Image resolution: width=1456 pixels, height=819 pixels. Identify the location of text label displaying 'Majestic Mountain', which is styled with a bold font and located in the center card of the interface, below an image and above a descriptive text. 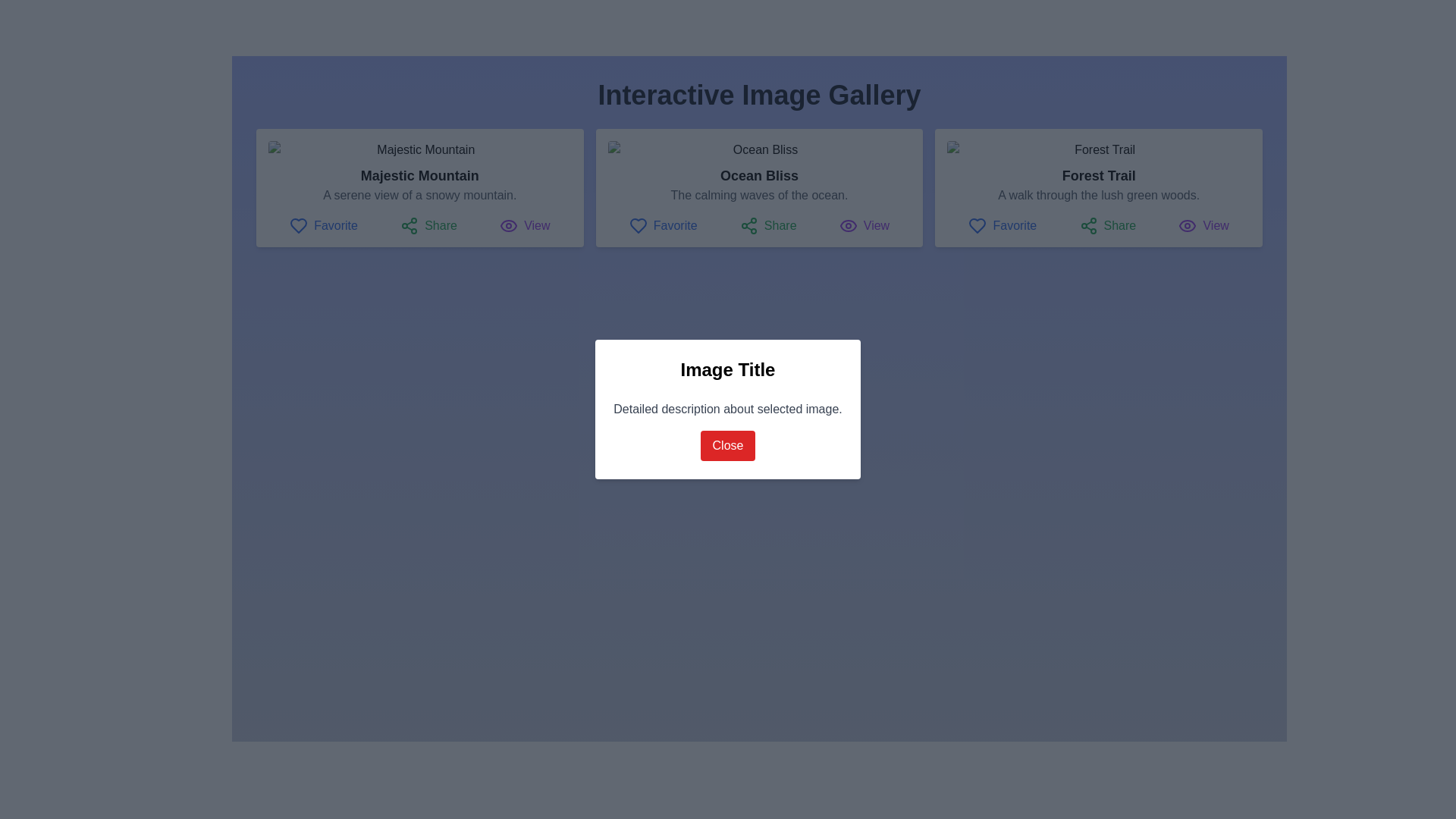
(419, 174).